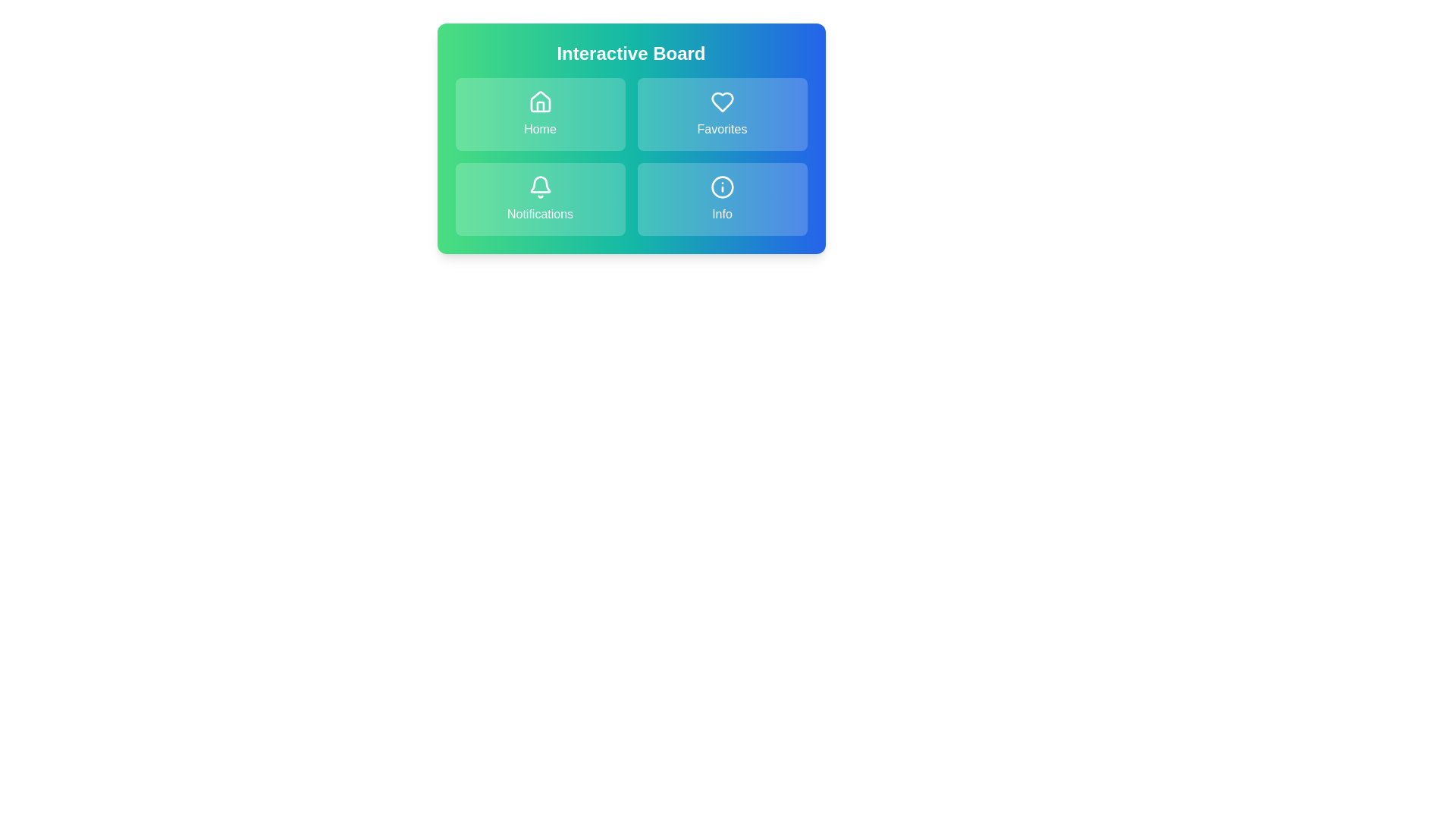  I want to click on the SVG Circle, which is part of the information icon located in the rightmost widget of the second row beneath the title 'Interactive Board', so click(721, 186).